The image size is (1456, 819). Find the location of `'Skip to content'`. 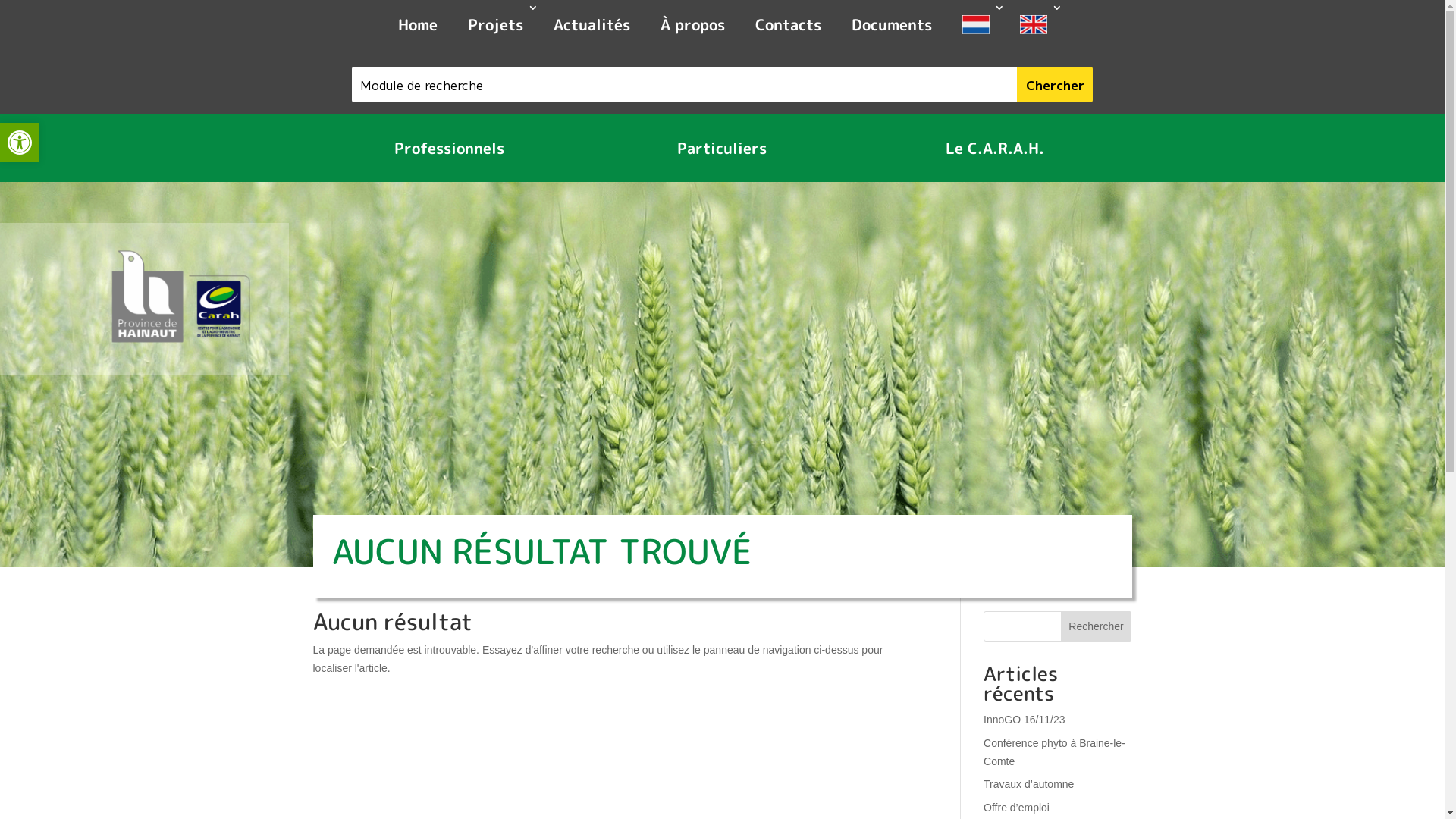

'Skip to content' is located at coordinates (0, 0).